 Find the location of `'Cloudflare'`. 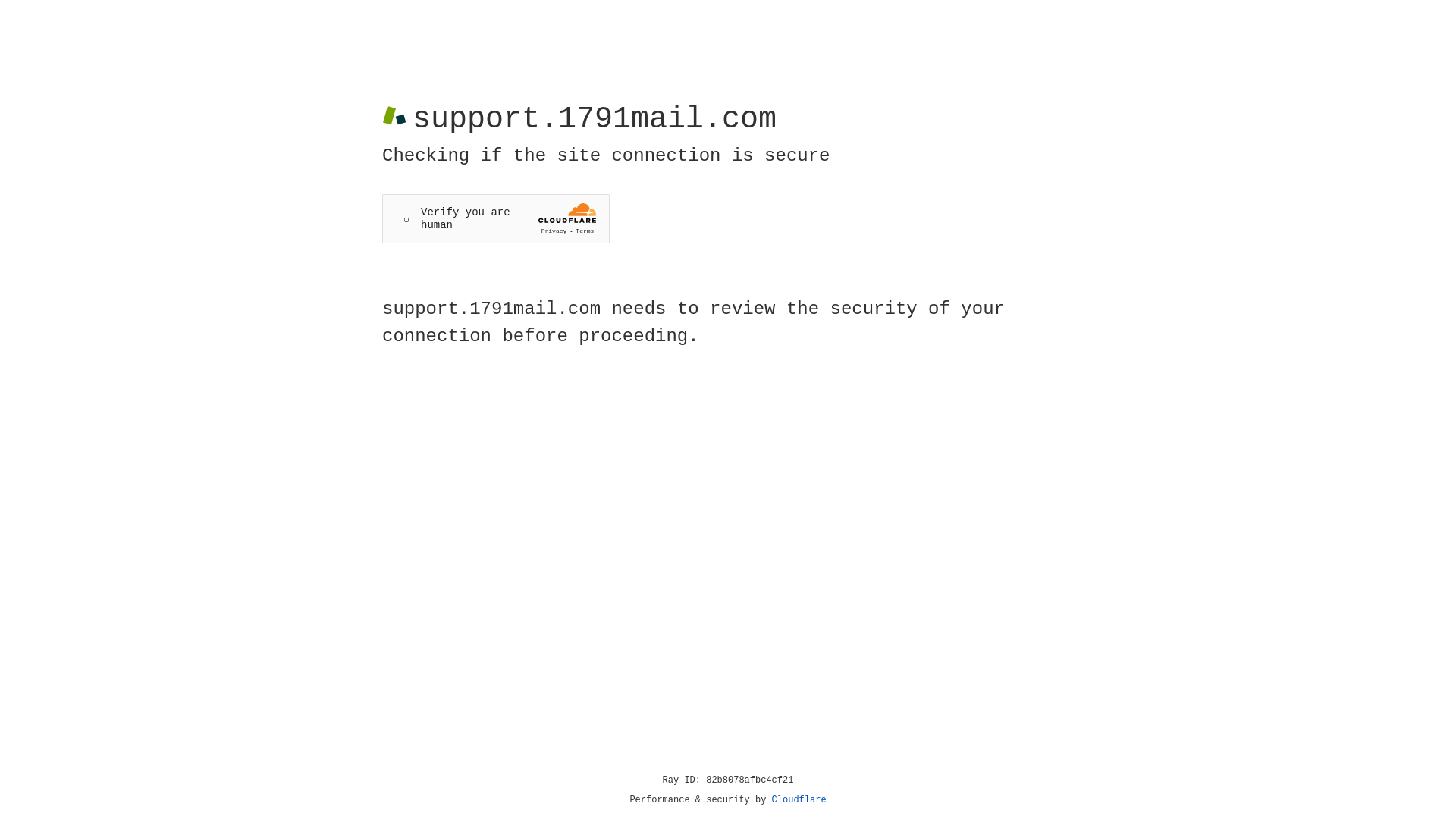

'Cloudflare' is located at coordinates (771, 799).